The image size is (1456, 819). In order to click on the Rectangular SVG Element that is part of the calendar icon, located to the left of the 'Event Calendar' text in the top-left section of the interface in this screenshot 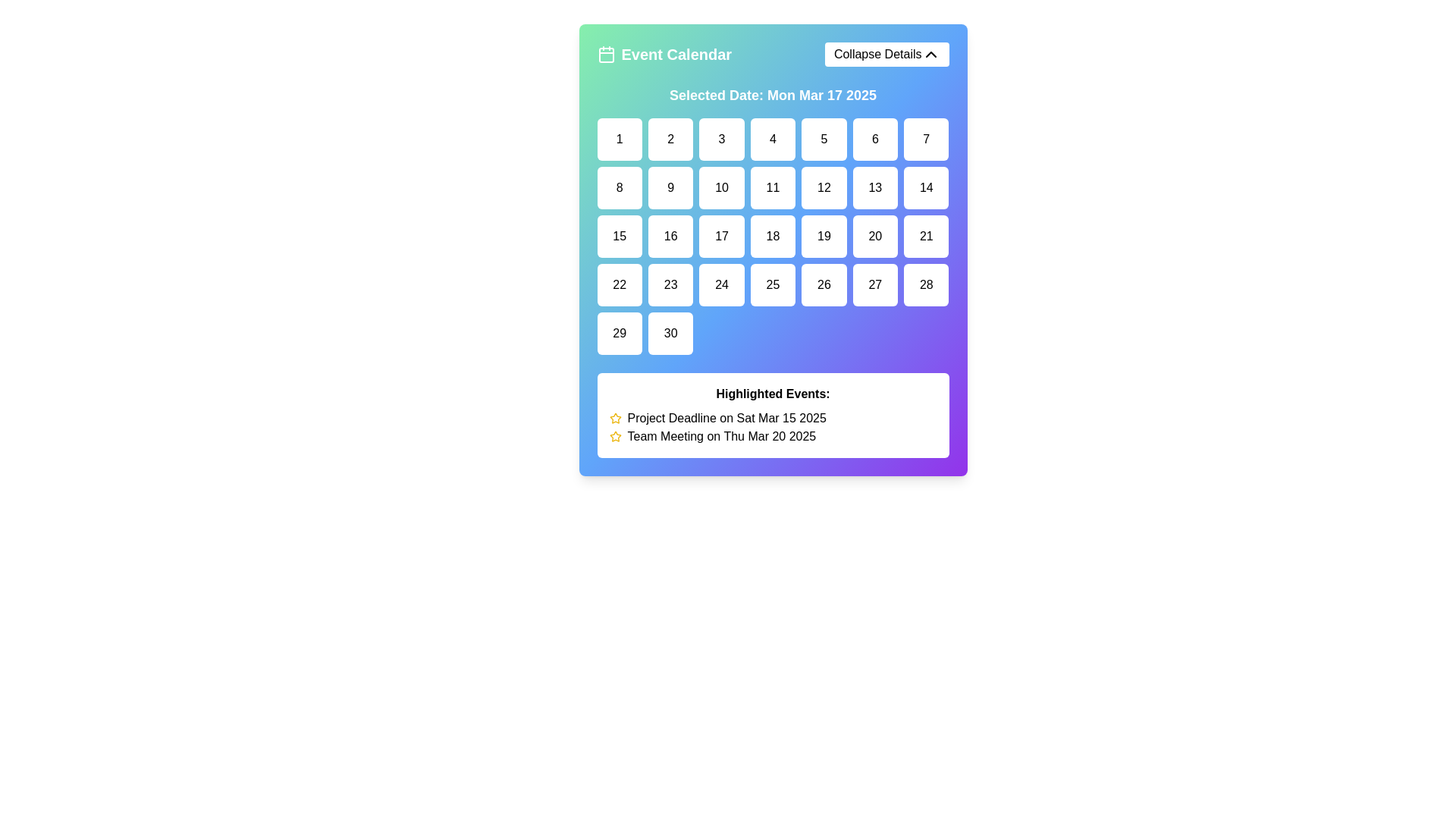, I will do `click(605, 55)`.